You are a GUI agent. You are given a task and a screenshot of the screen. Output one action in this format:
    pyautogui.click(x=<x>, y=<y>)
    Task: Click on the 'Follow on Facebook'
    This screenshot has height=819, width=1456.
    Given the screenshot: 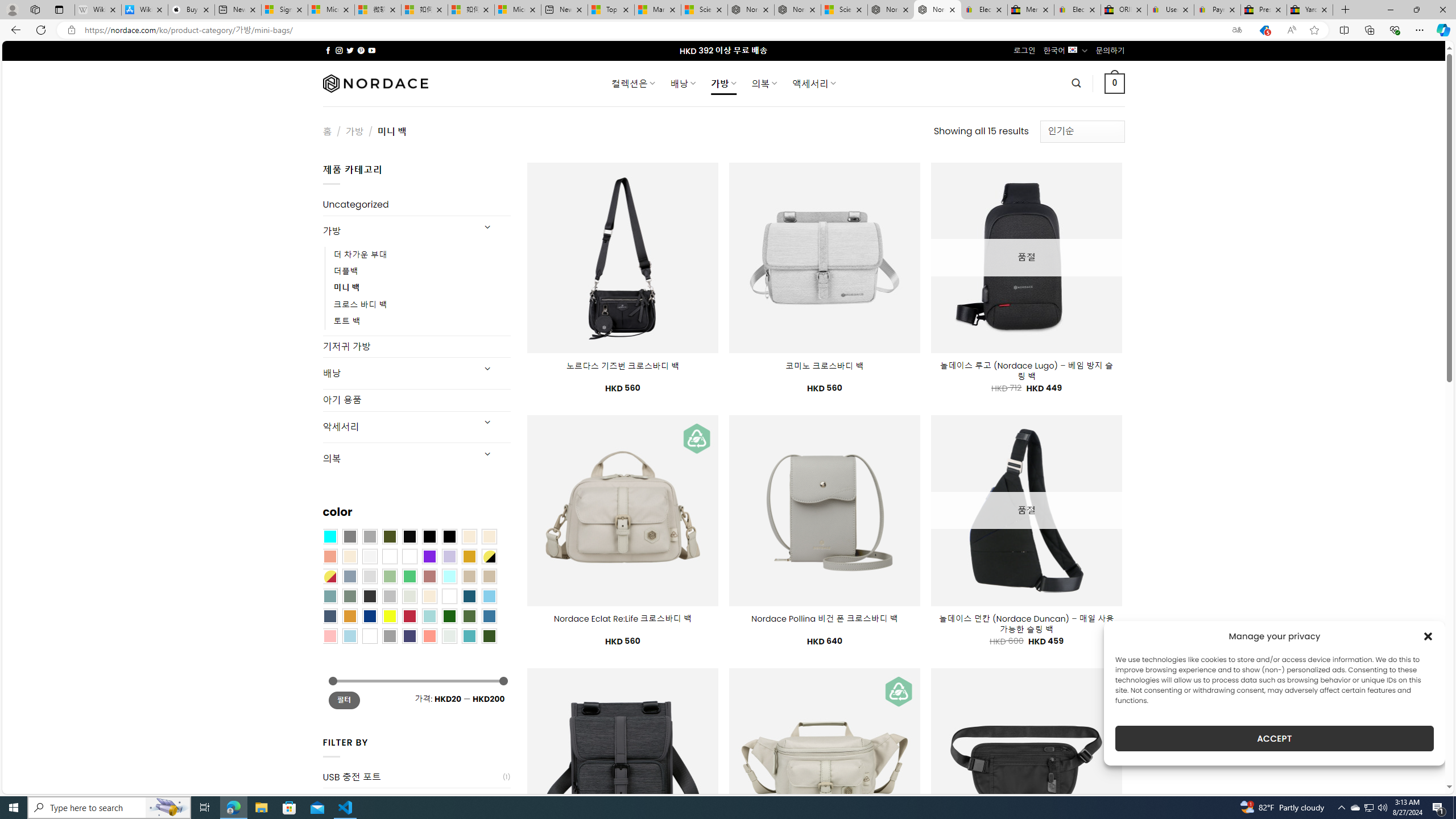 What is the action you would take?
    pyautogui.click(x=328, y=50)
    